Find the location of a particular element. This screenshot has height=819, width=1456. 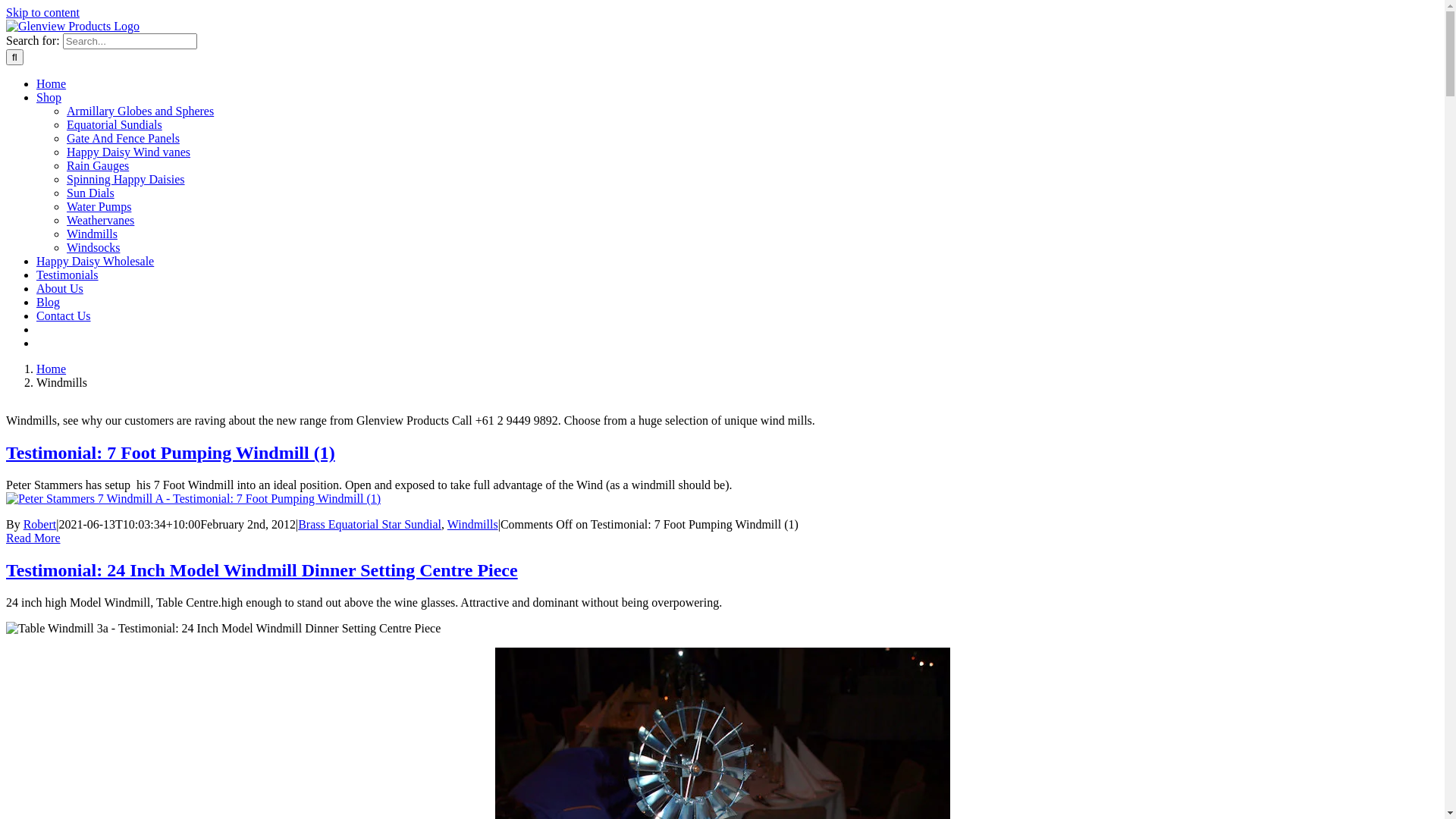

'Water Pumps' is located at coordinates (98, 206).